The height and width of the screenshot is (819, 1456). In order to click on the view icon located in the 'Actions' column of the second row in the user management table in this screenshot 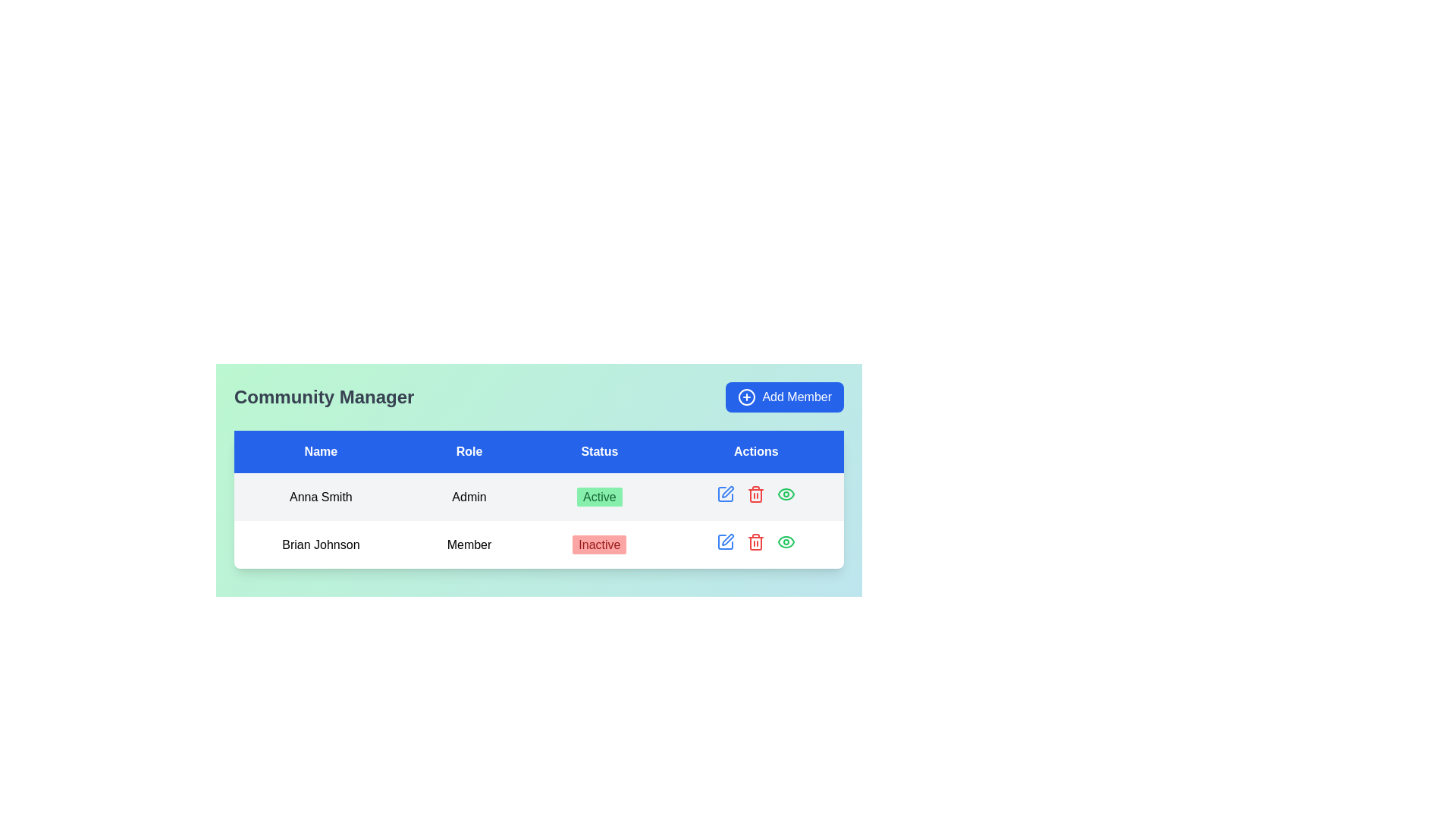, I will do `click(786, 541)`.